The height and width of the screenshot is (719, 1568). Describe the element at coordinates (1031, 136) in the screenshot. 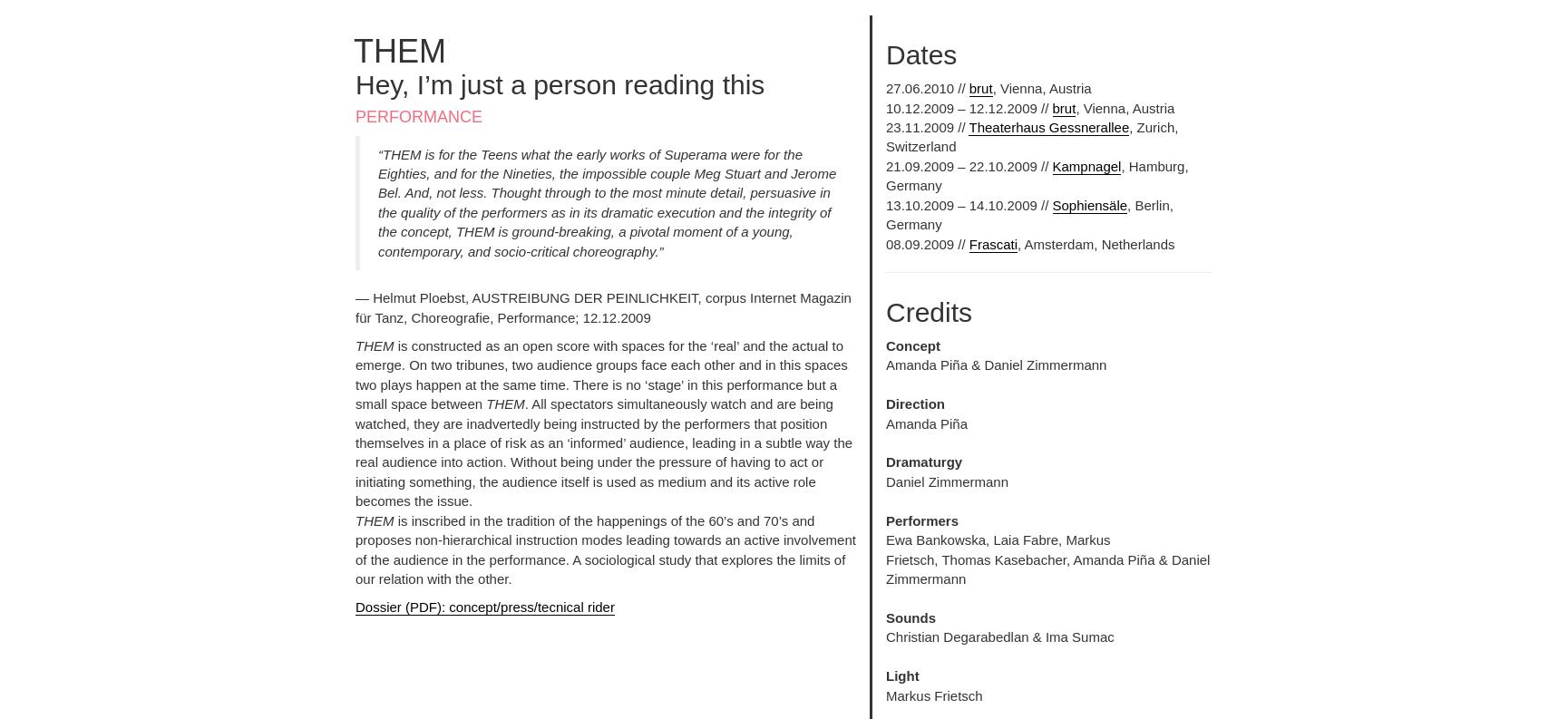

I see `', Zurich, Switzerland'` at that location.